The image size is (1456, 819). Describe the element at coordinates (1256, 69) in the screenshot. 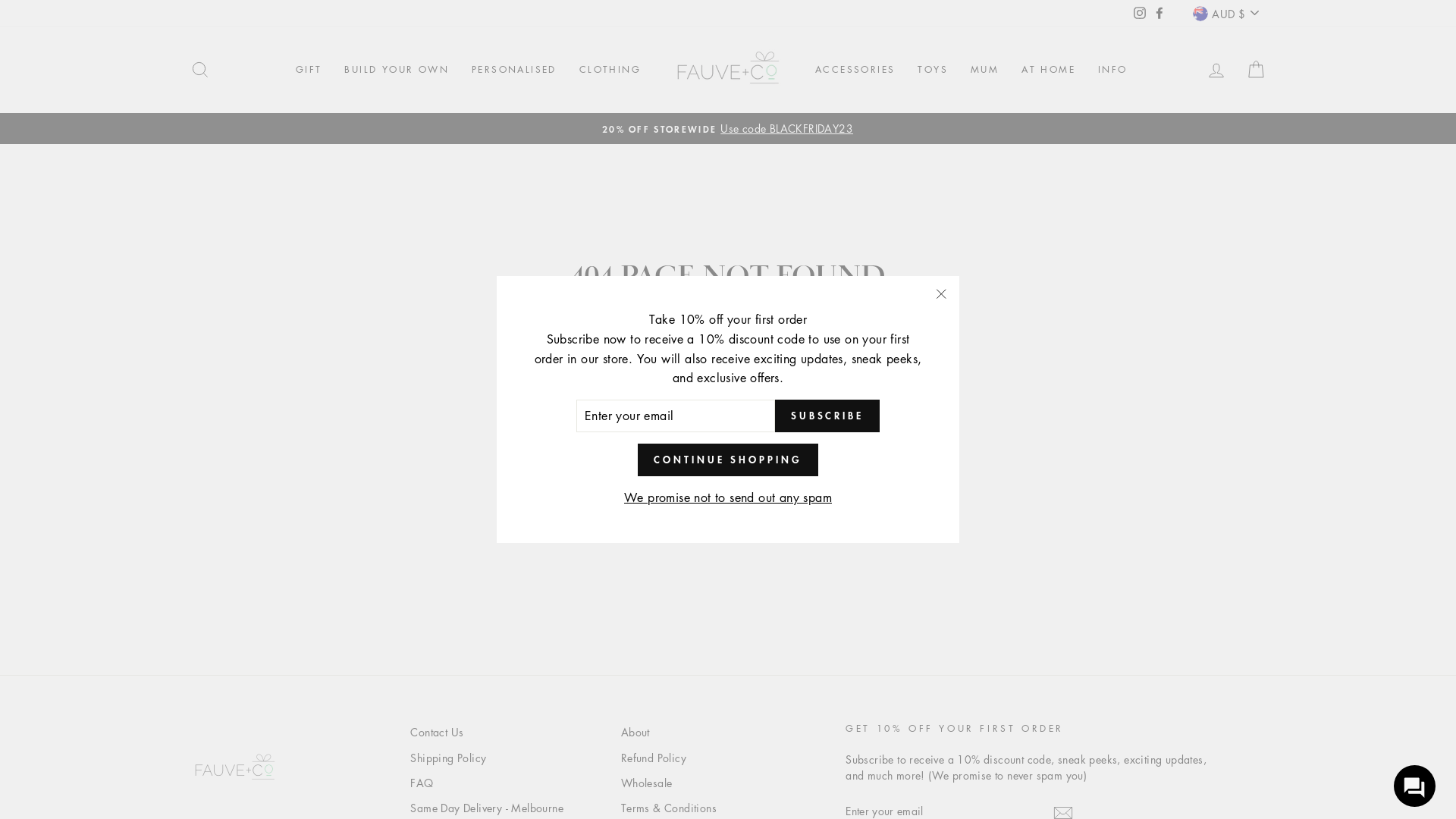

I see `'CART'` at that location.